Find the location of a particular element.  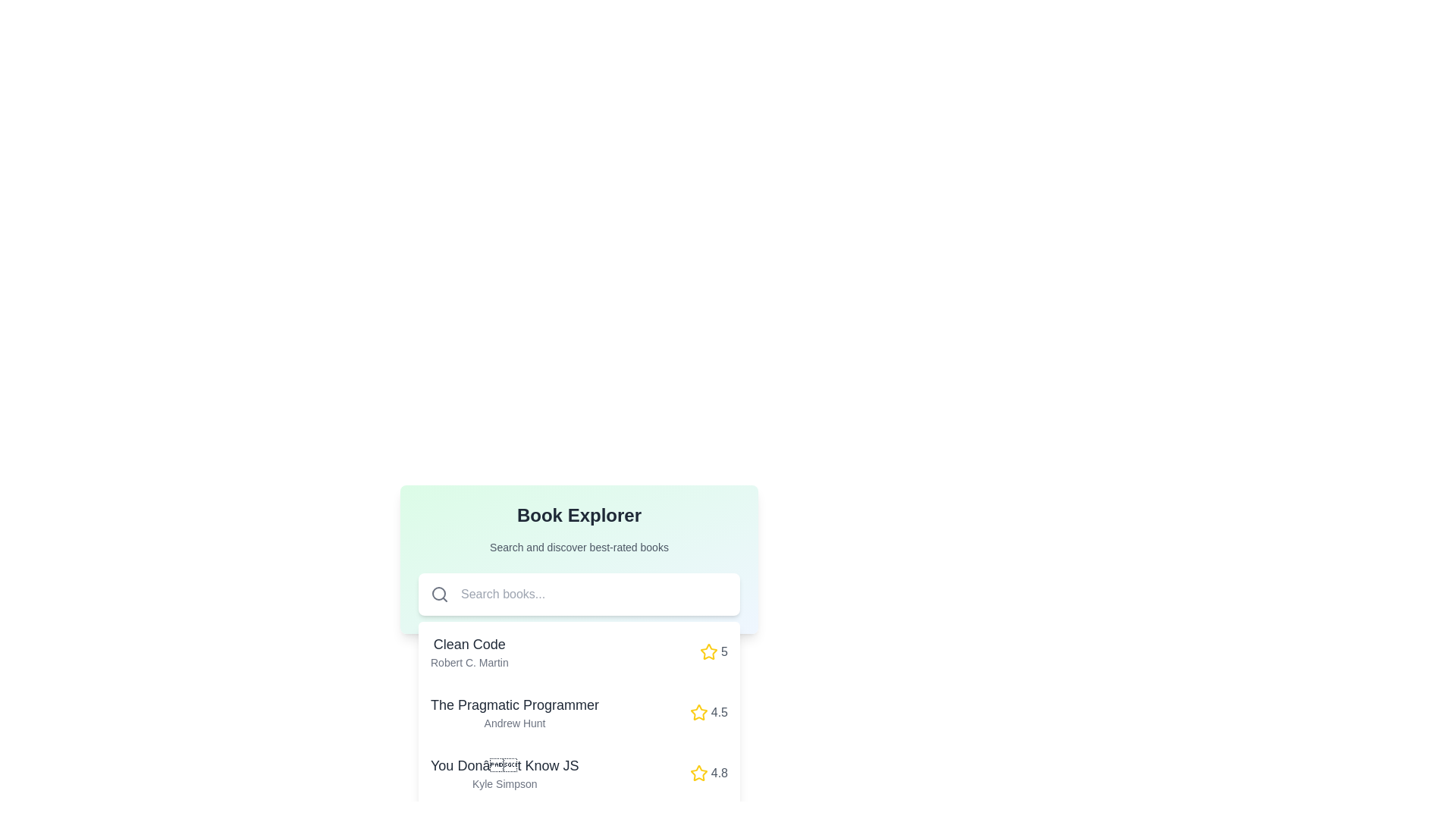

the text element displaying the title 'The Pragmatic Programmer', which is the second book entry in the list, positioned above 'You Don't Know JS' and below 'Clean Code' is located at coordinates (515, 704).